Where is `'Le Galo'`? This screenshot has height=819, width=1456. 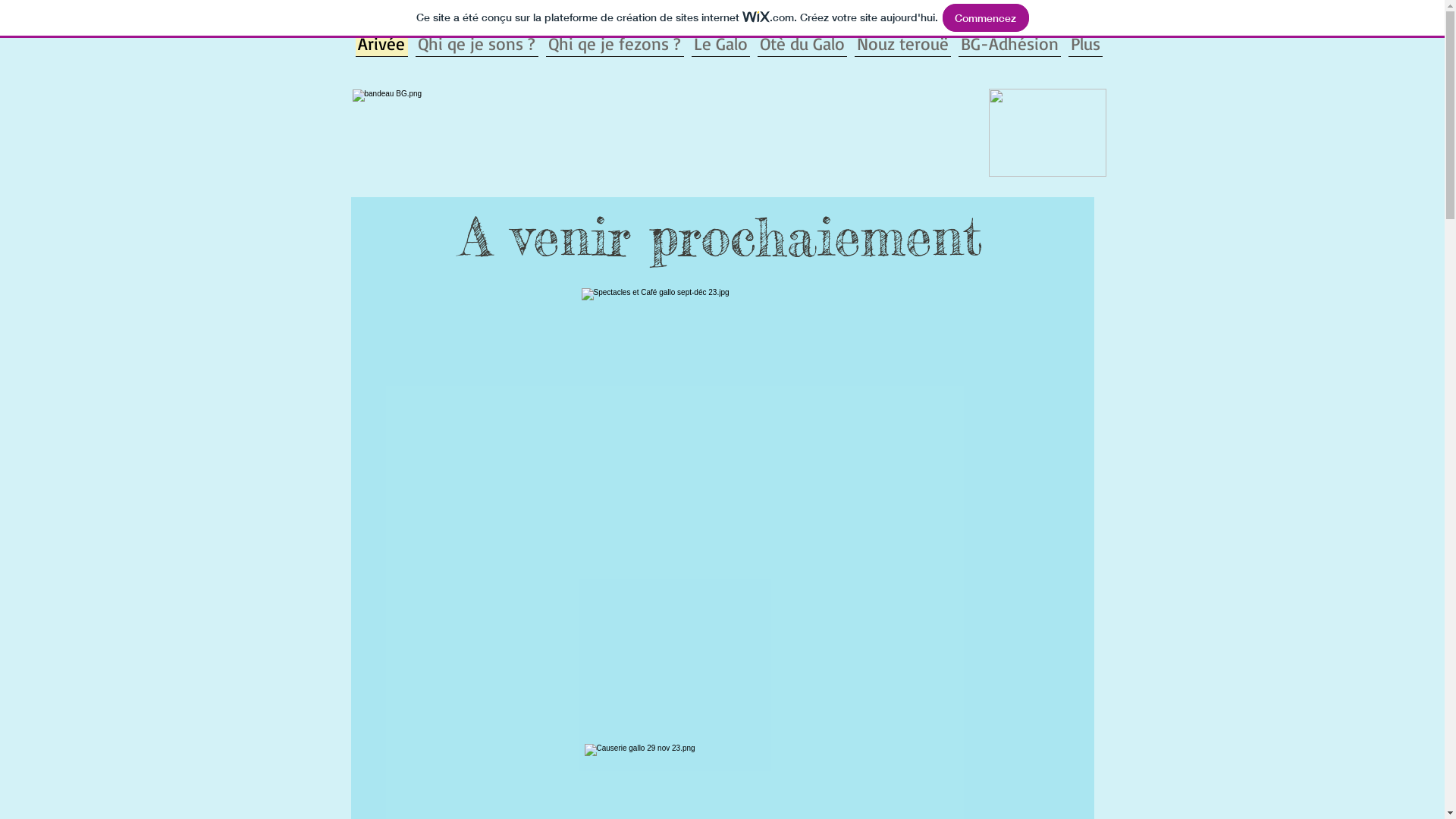 'Le Galo' is located at coordinates (719, 40).